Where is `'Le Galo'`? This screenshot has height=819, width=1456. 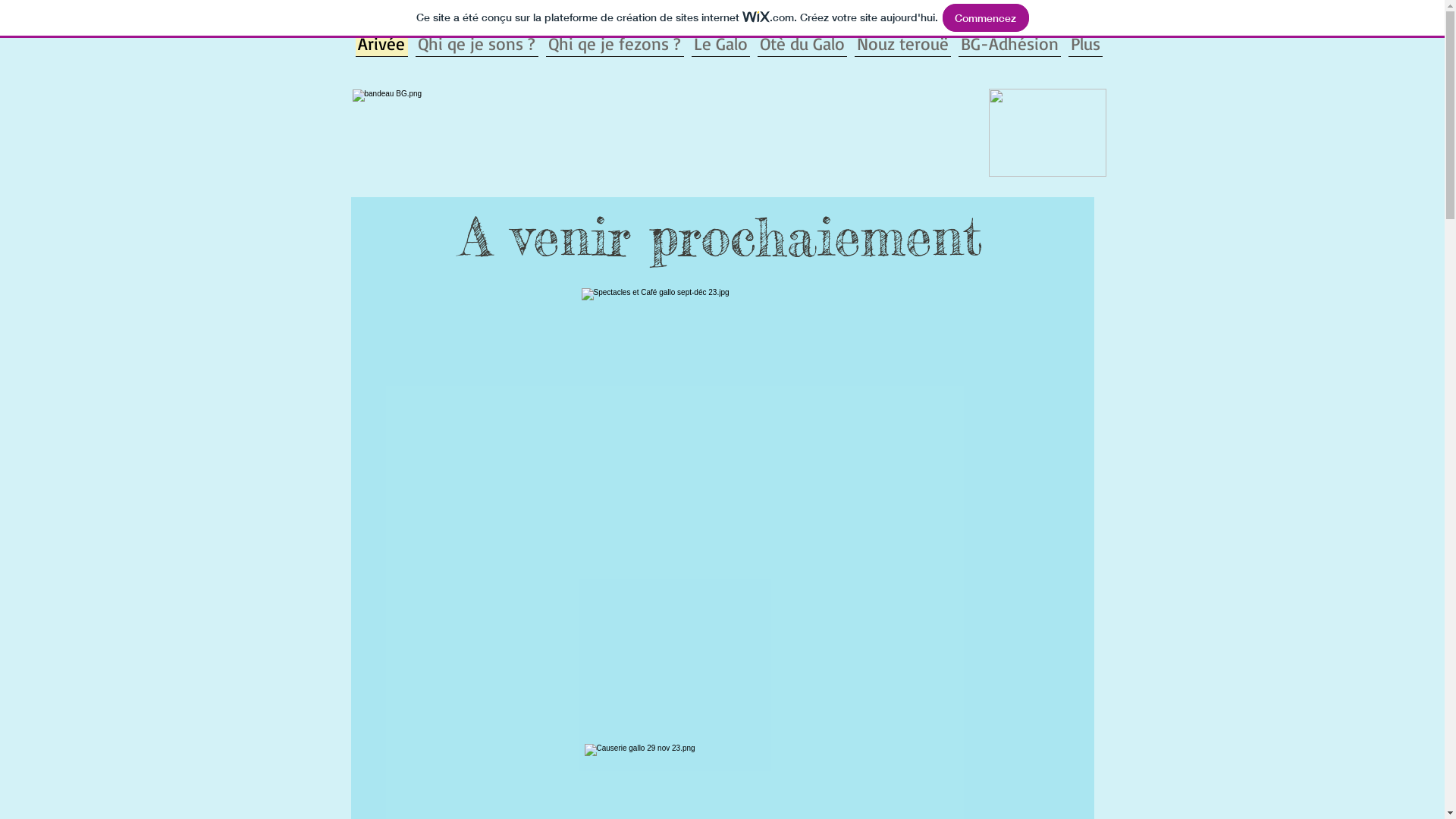 'Le Galo' is located at coordinates (719, 40).